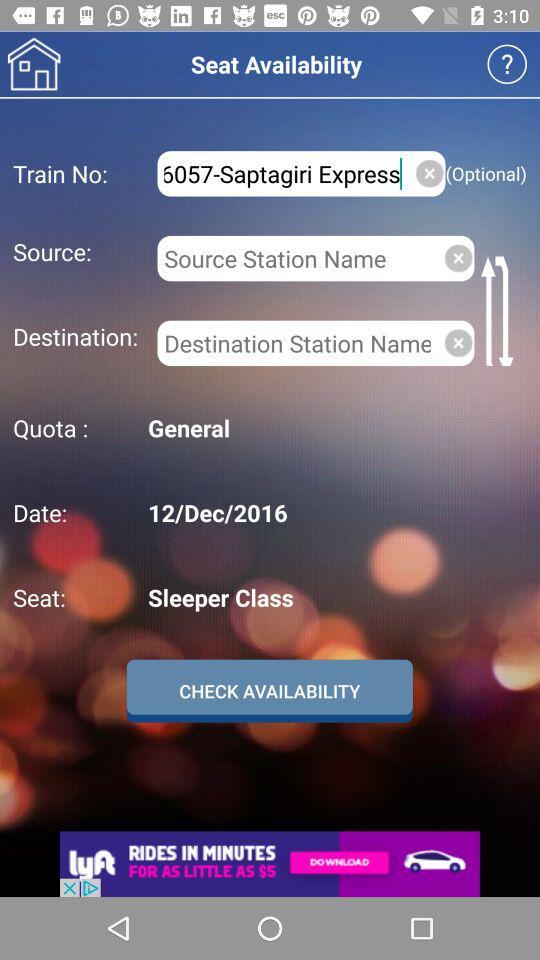 Image resolution: width=540 pixels, height=960 pixels. I want to click on destination station, so click(295, 343).